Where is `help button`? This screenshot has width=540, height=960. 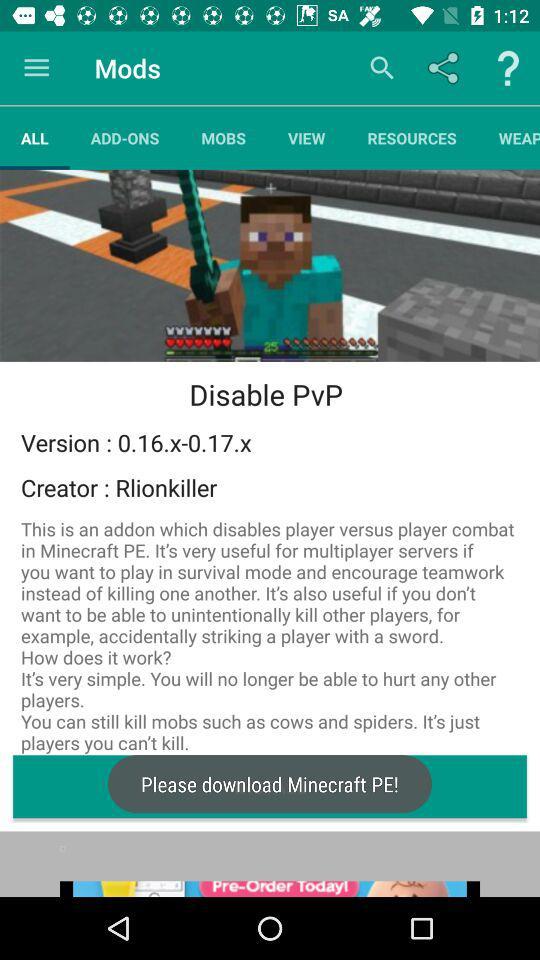 help button is located at coordinates (508, 68).